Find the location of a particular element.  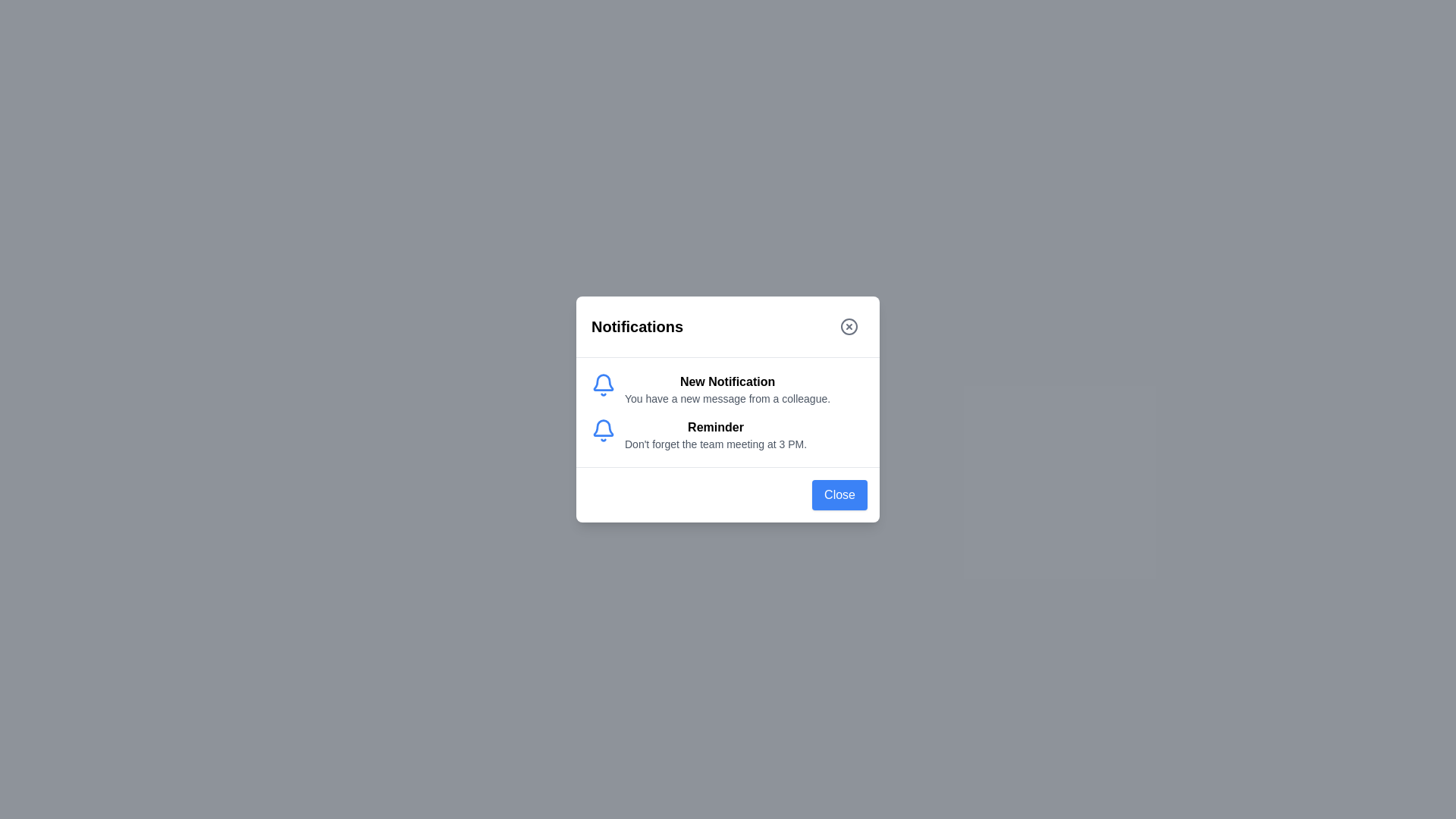

the first notification in the notification block is located at coordinates (728, 388).